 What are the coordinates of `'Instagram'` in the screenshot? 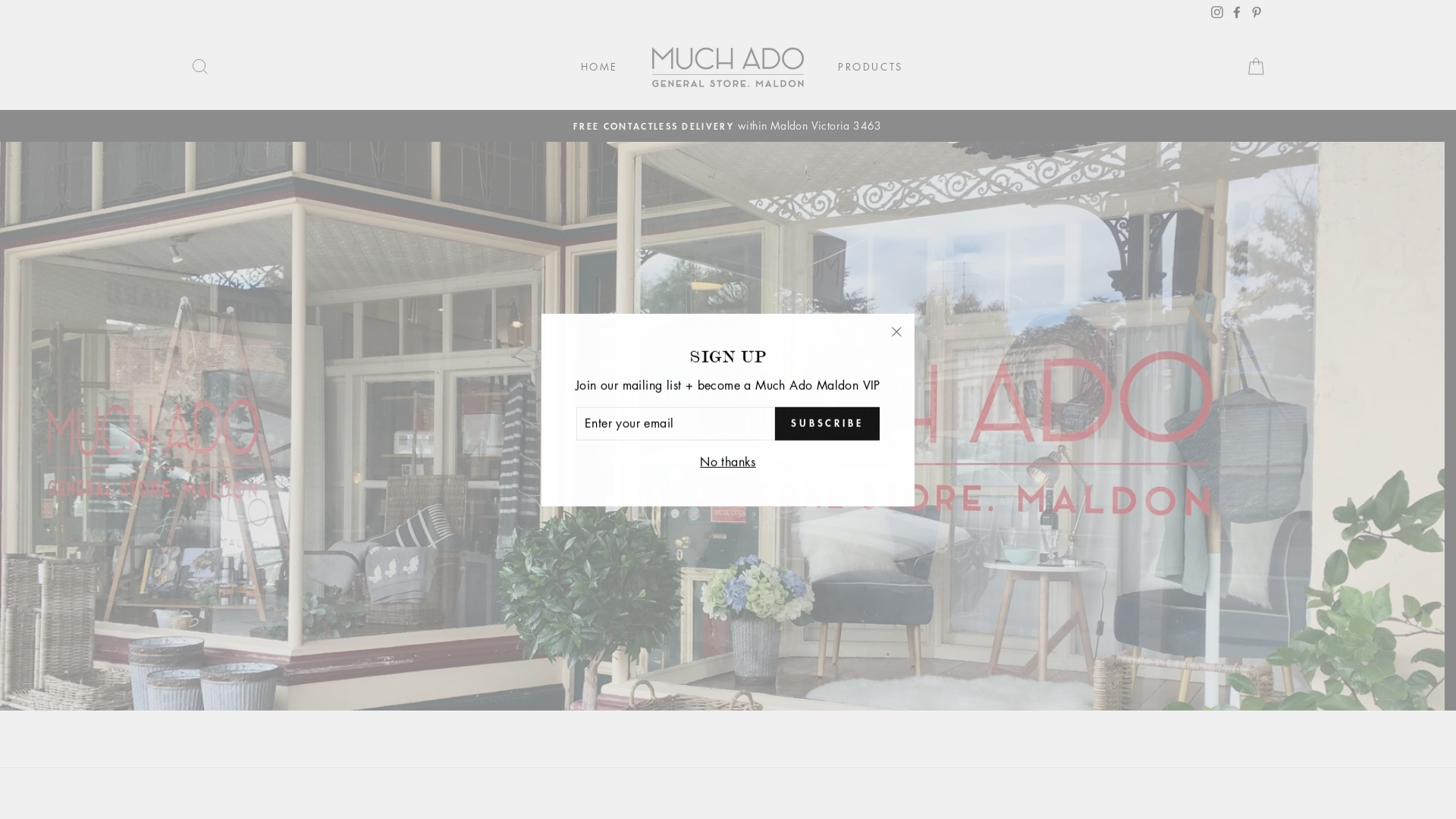 It's located at (1210, 11).